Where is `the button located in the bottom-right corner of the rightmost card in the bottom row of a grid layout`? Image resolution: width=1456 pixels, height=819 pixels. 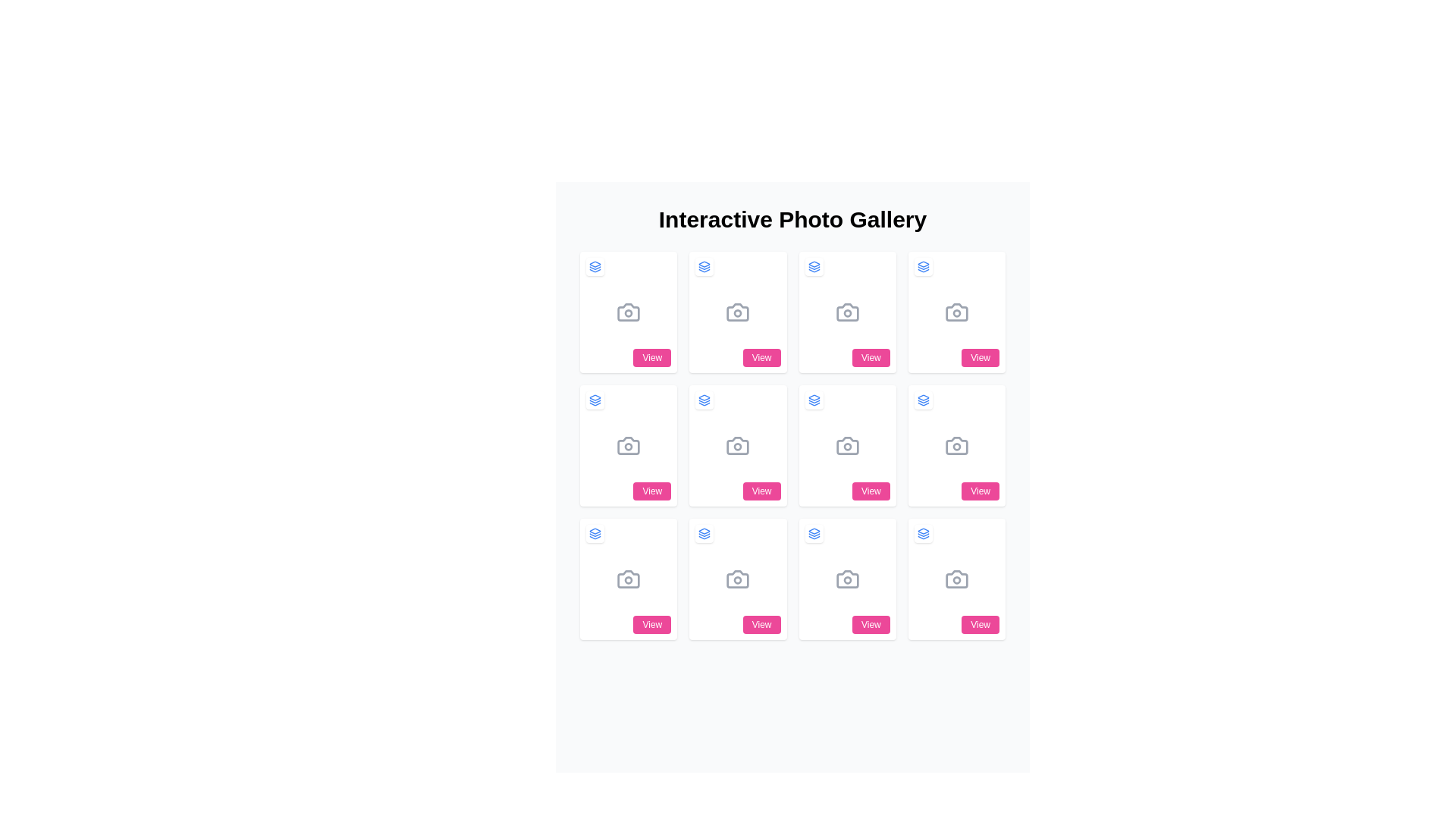 the button located in the bottom-right corner of the rightmost card in the bottom row of a grid layout is located at coordinates (980, 625).